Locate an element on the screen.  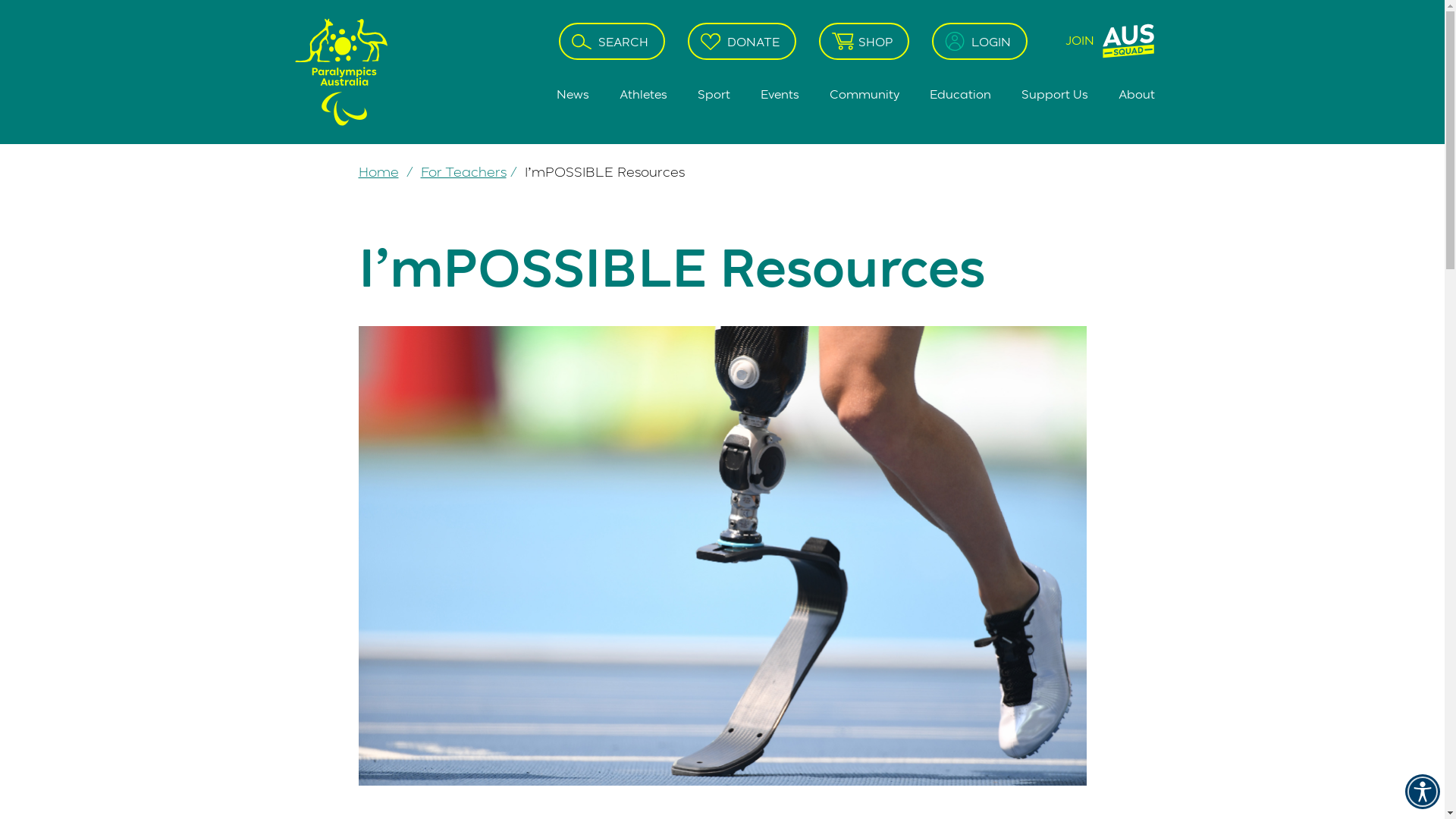
'DONATE' is located at coordinates (742, 40).